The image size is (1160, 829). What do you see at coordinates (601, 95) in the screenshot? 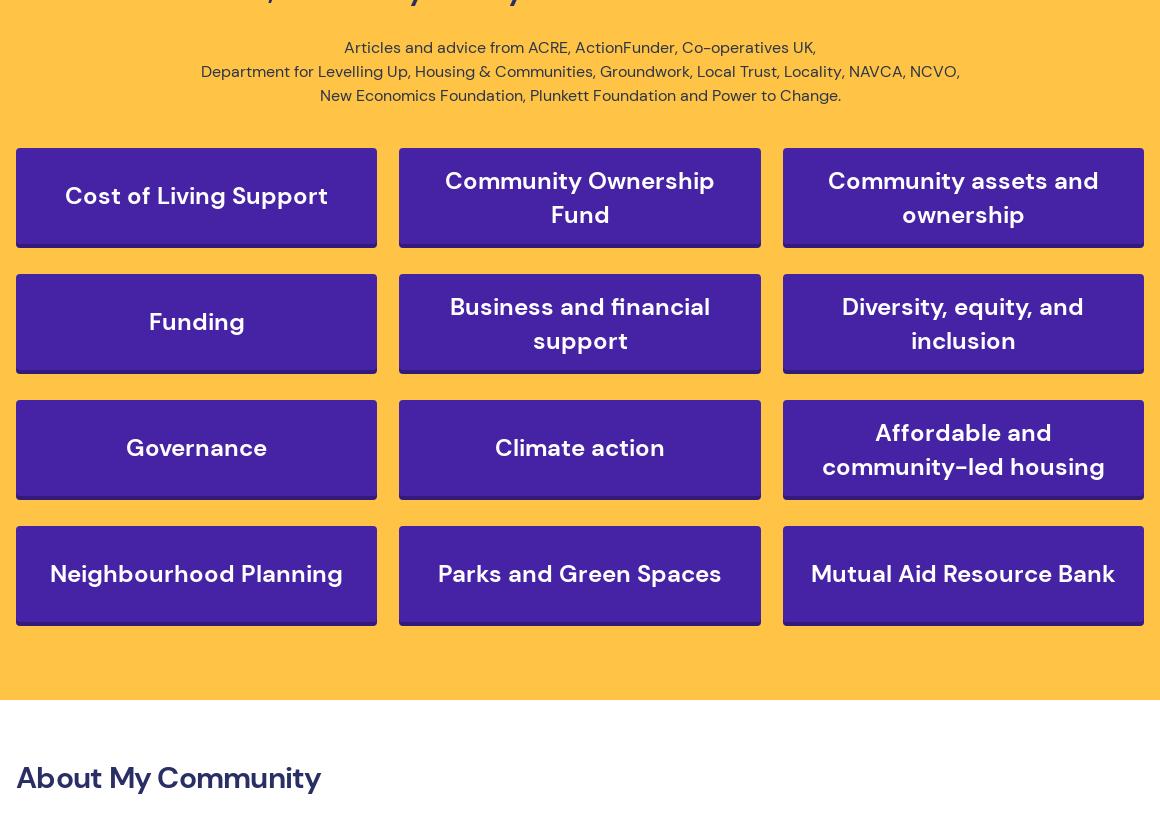
I see `'Plunkett Foundation'` at bounding box center [601, 95].